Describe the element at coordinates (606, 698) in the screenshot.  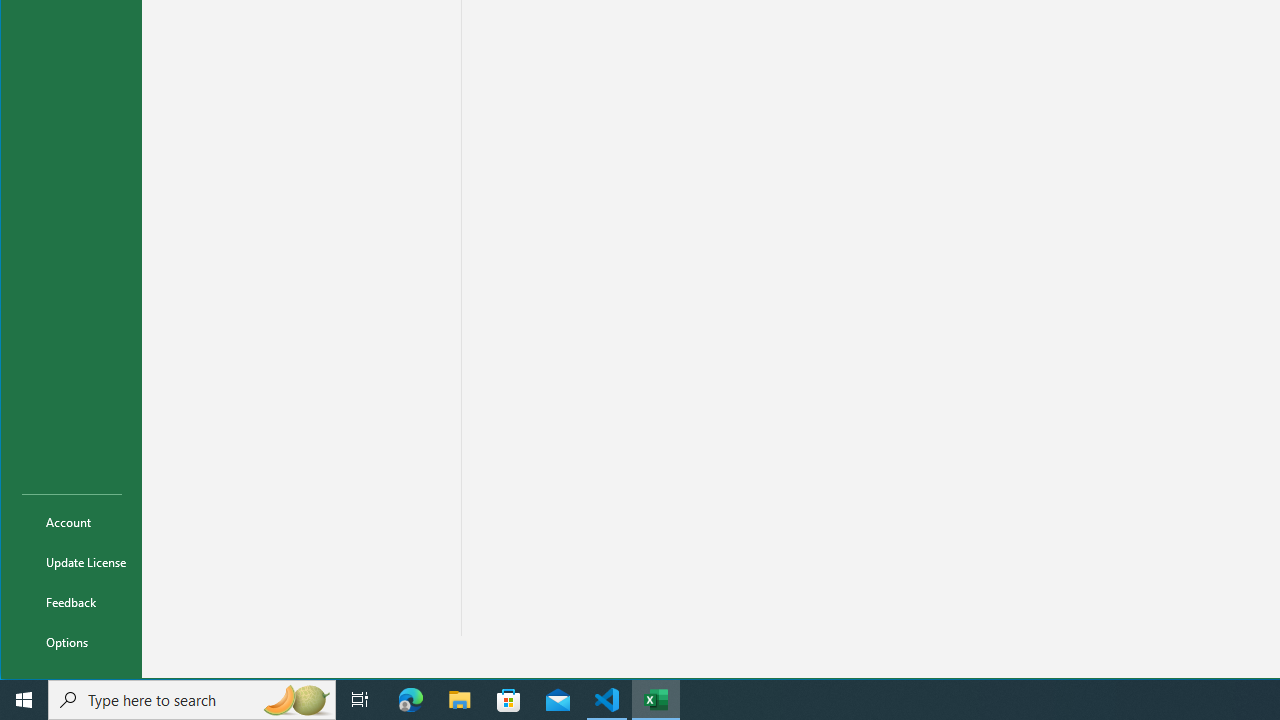
I see `'Visual Studio Code - 1 running window'` at that location.